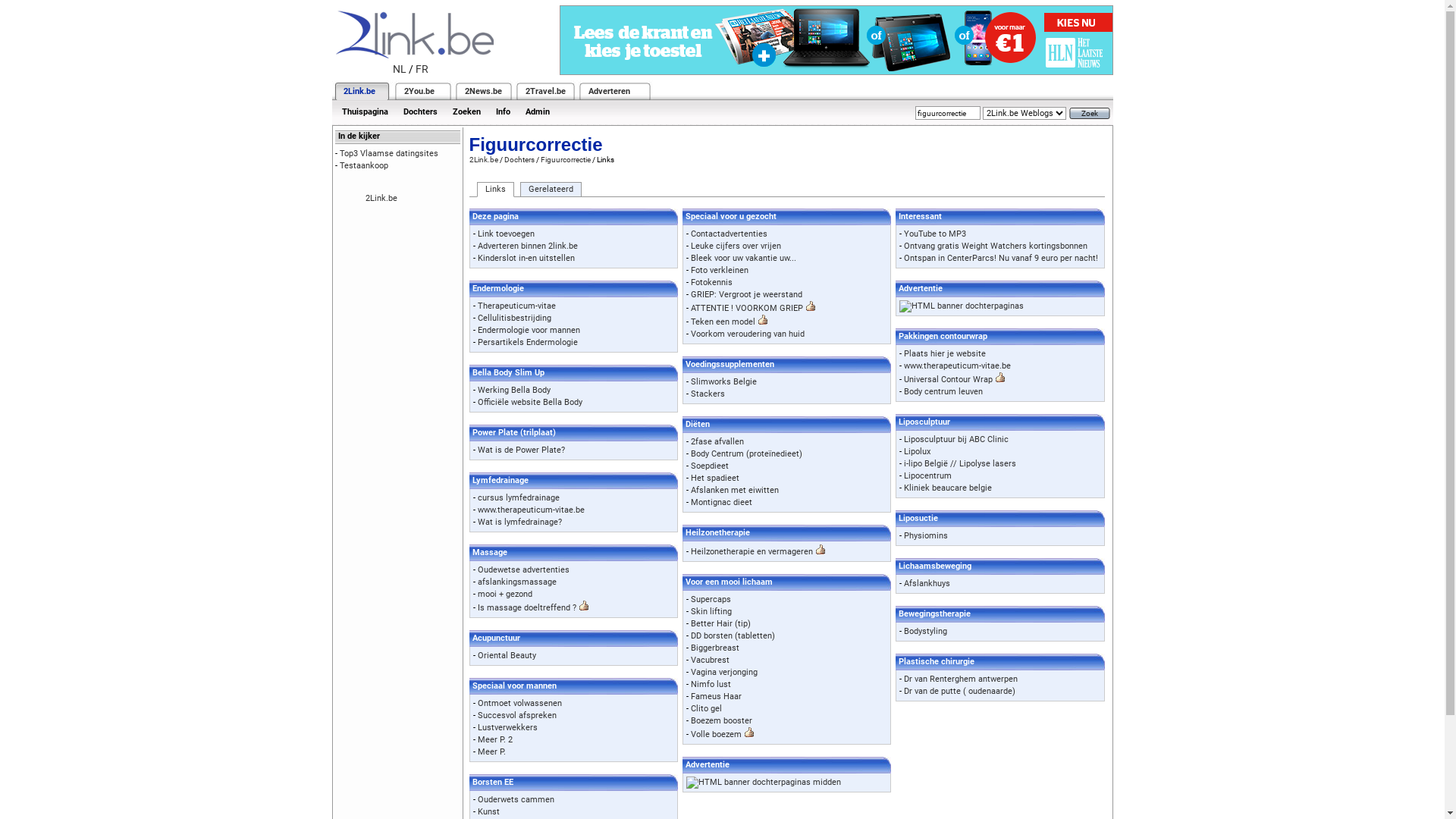  What do you see at coordinates (714, 648) in the screenshot?
I see `'Biggerbreast'` at bounding box center [714, 648].